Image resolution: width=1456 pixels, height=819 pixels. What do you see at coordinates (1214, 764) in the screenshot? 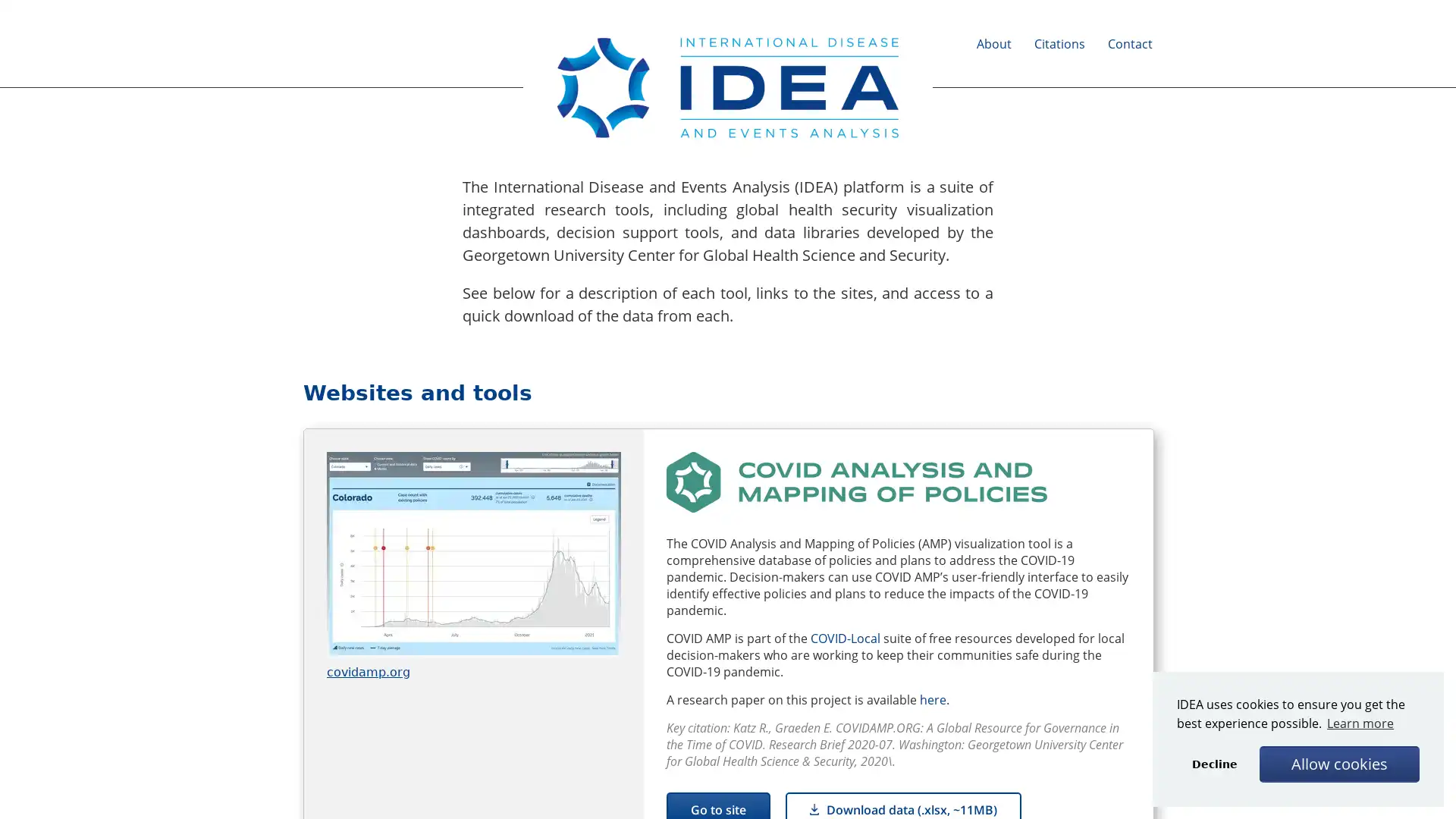
I see `deny cookies` at bounding box center [1214, 764].